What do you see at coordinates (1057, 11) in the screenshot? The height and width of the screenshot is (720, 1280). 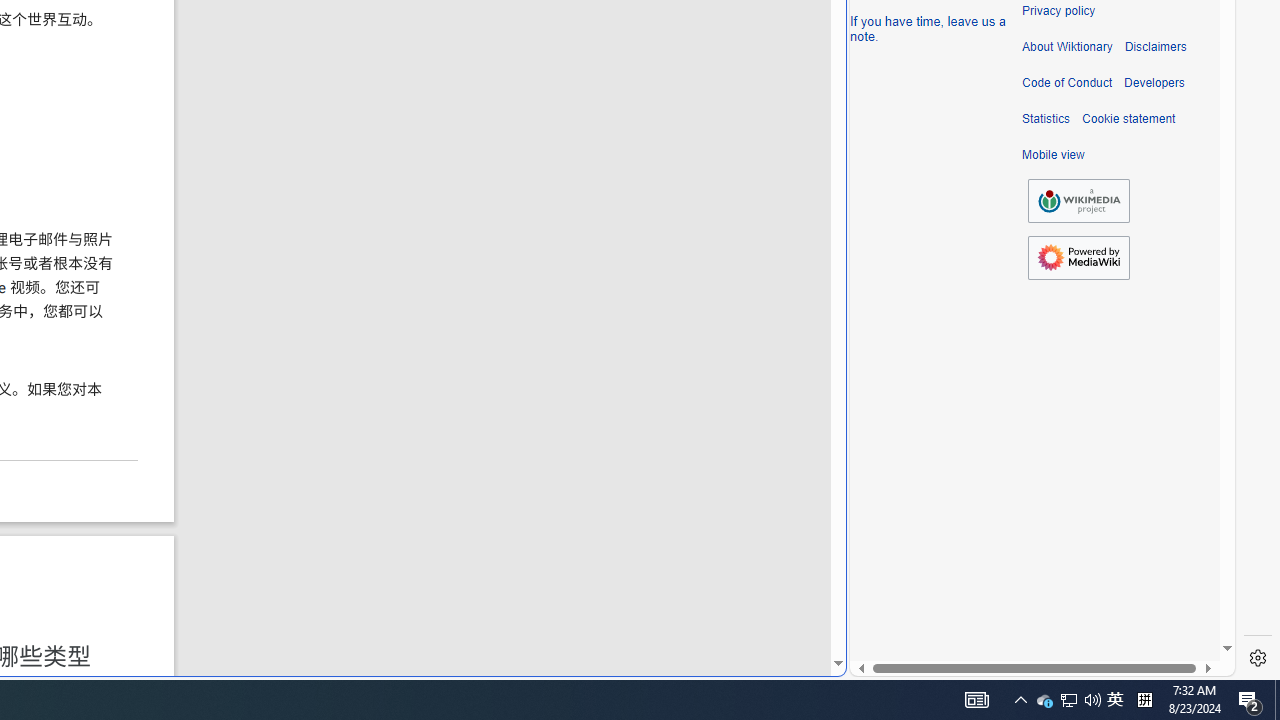 I see `'Privacy policy'` at bounding box center [1057, 11].